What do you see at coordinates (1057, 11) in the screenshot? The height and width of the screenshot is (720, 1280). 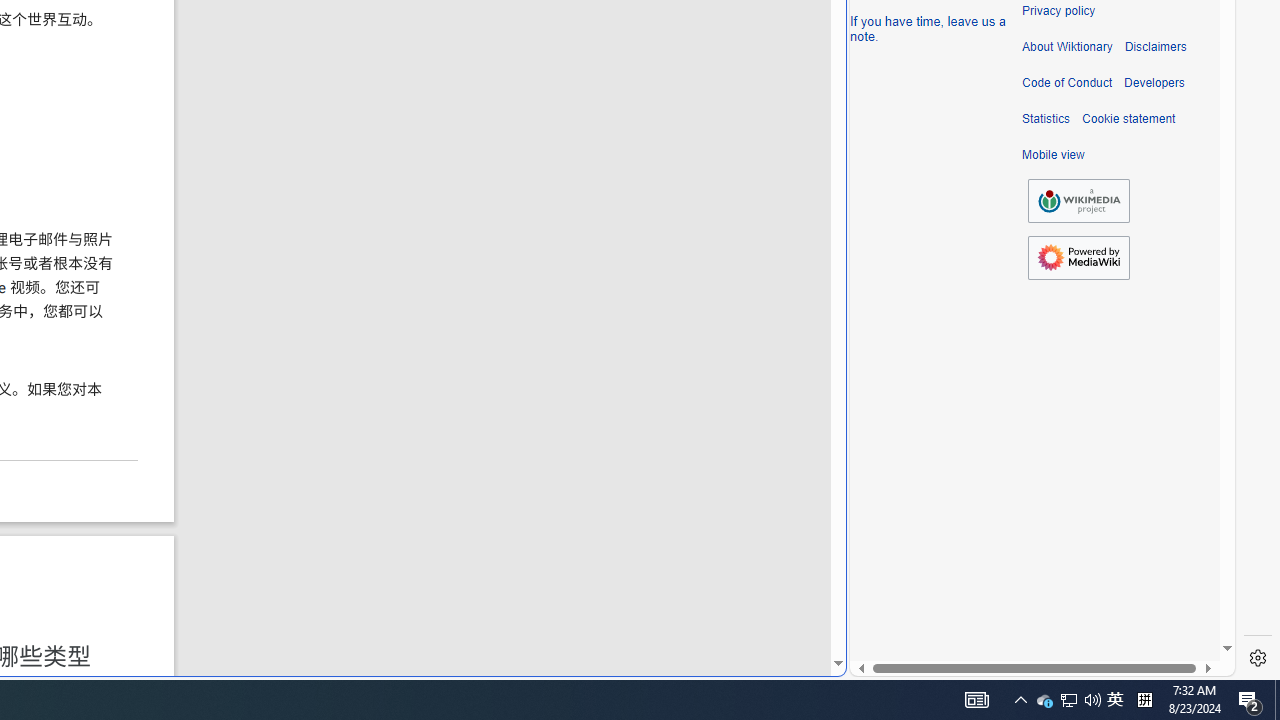 I see `'Privacy policy'` at bounding box center [1057, 11].